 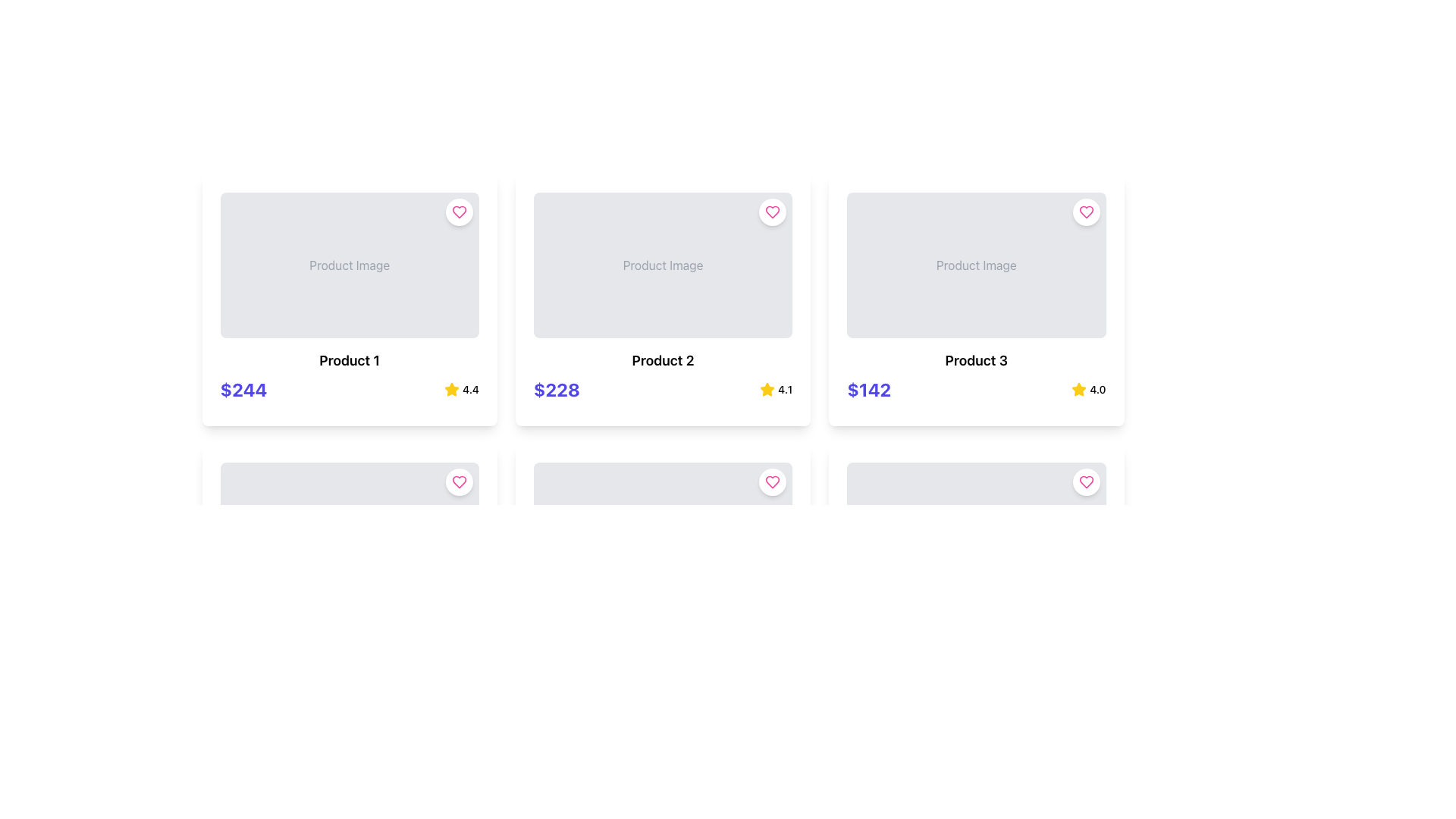 What do you see at coordinates (1085, 212) in the screenshot?
I see `the heart-shaped icon with a pink outline located at the top-right corner of the 'Product 3' card` at bounding box center [1085, 212].